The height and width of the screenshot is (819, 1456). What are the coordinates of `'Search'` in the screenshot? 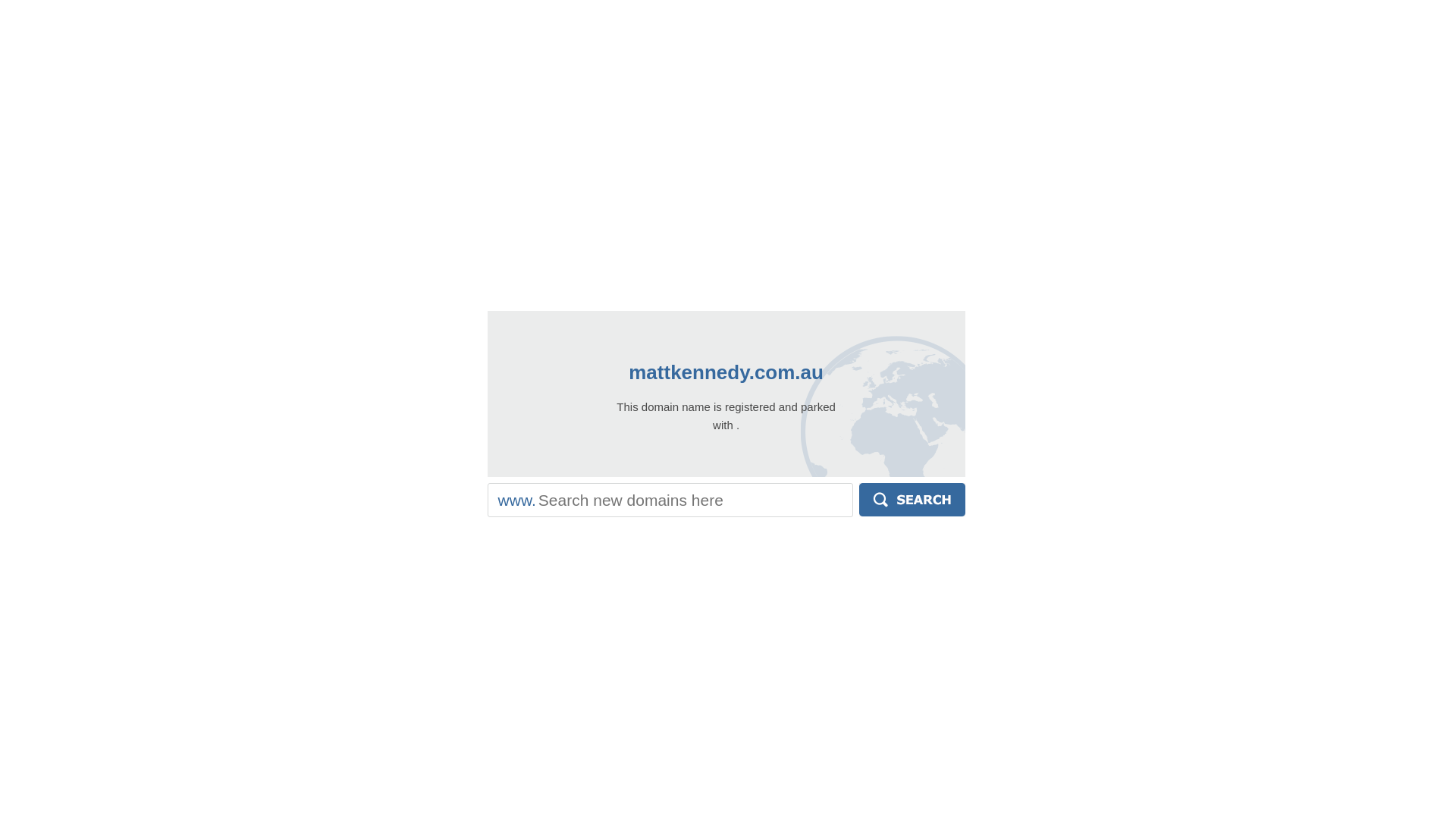 It's located at (912, 500).